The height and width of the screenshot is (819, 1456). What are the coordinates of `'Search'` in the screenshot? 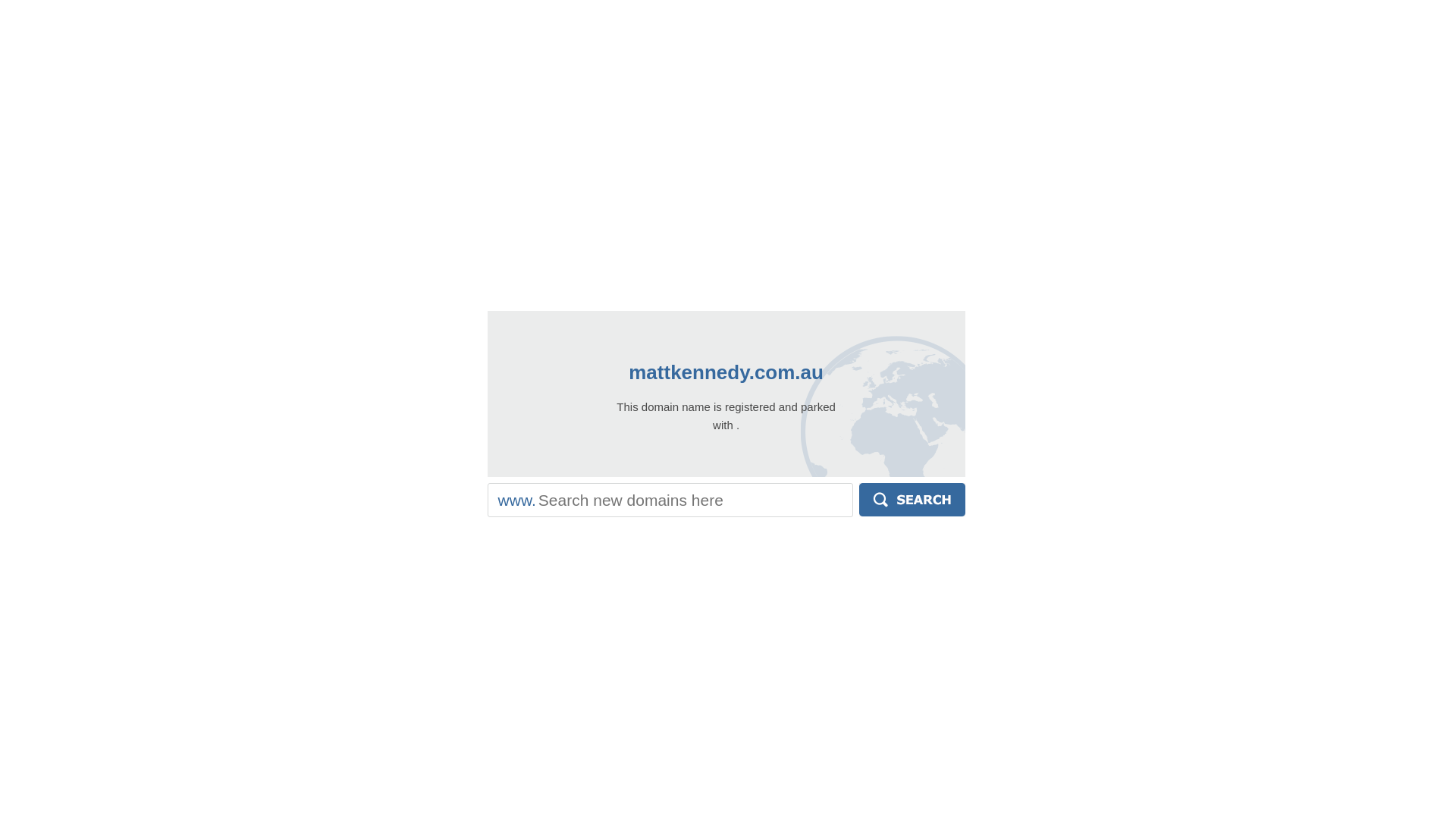 It's located at (912, 500).